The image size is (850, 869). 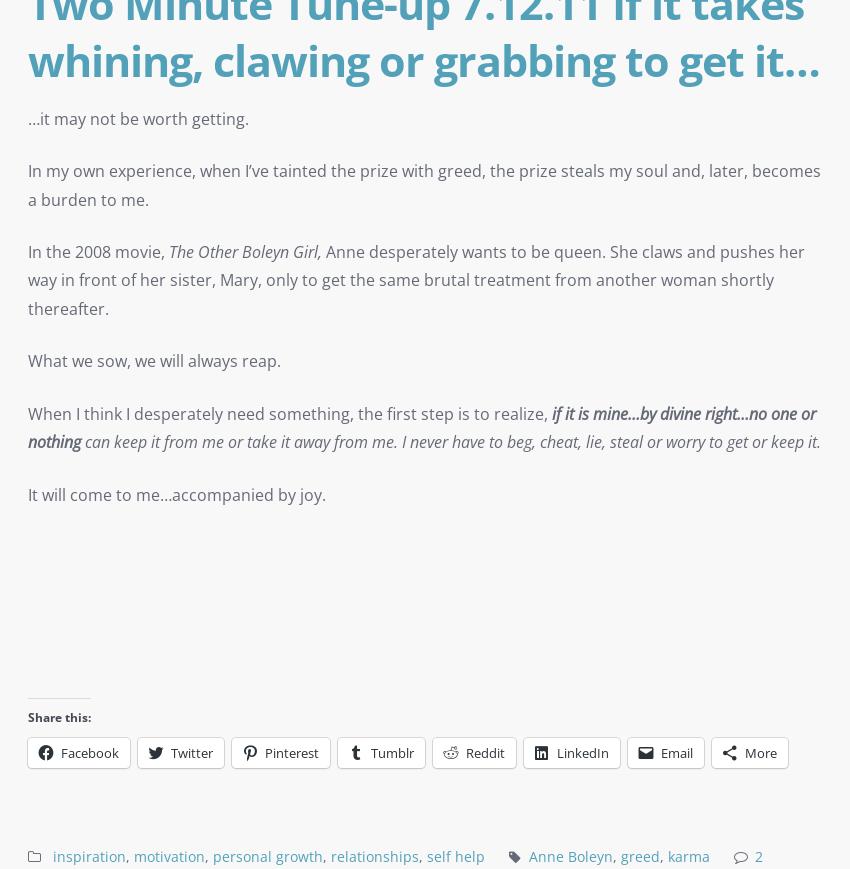 I want to click on 'self help', so click(x=425, y=855).